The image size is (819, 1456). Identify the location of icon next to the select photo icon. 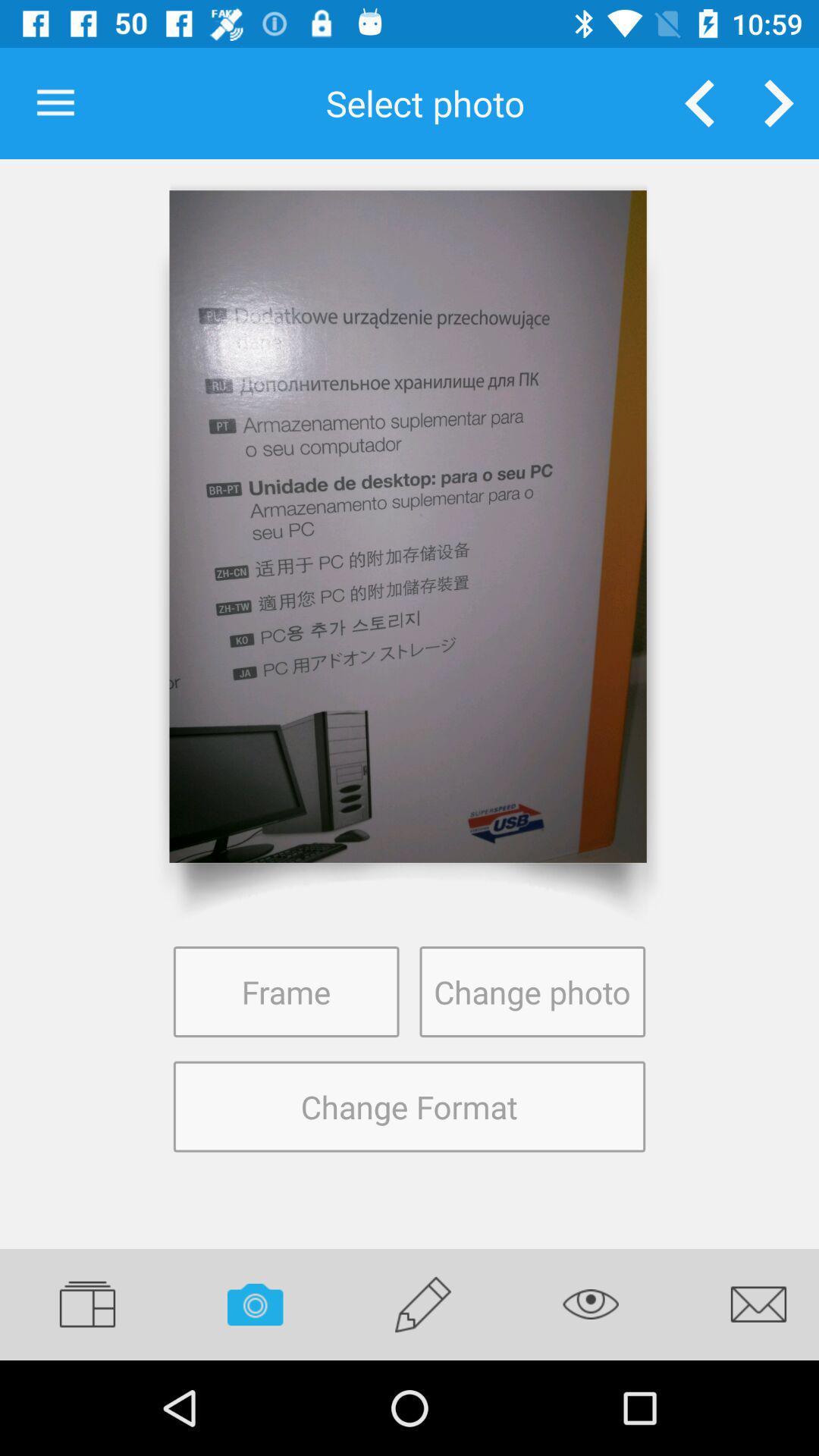
(55, 102).